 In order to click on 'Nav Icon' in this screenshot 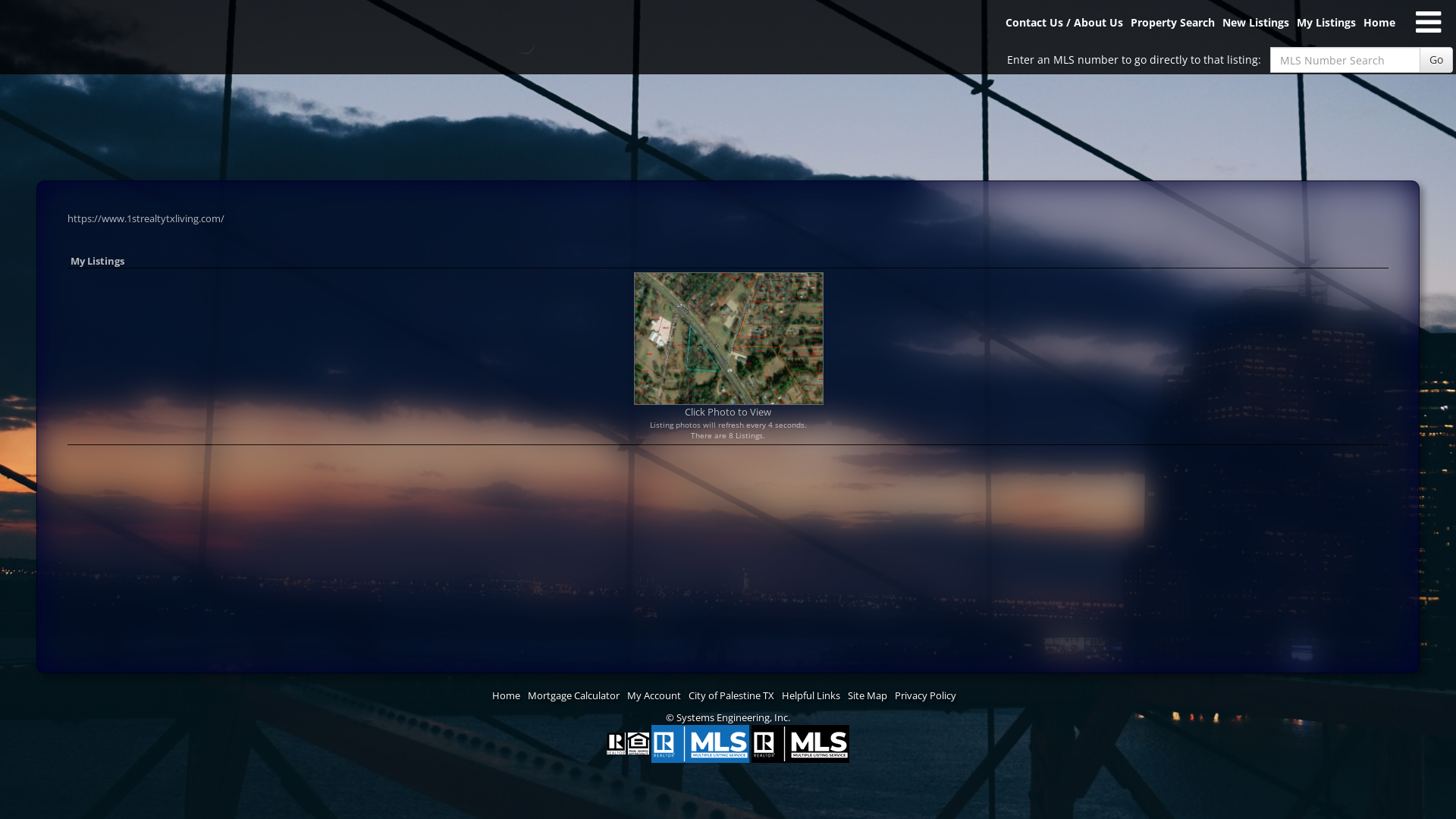, I will do `click(1427, 22)`.